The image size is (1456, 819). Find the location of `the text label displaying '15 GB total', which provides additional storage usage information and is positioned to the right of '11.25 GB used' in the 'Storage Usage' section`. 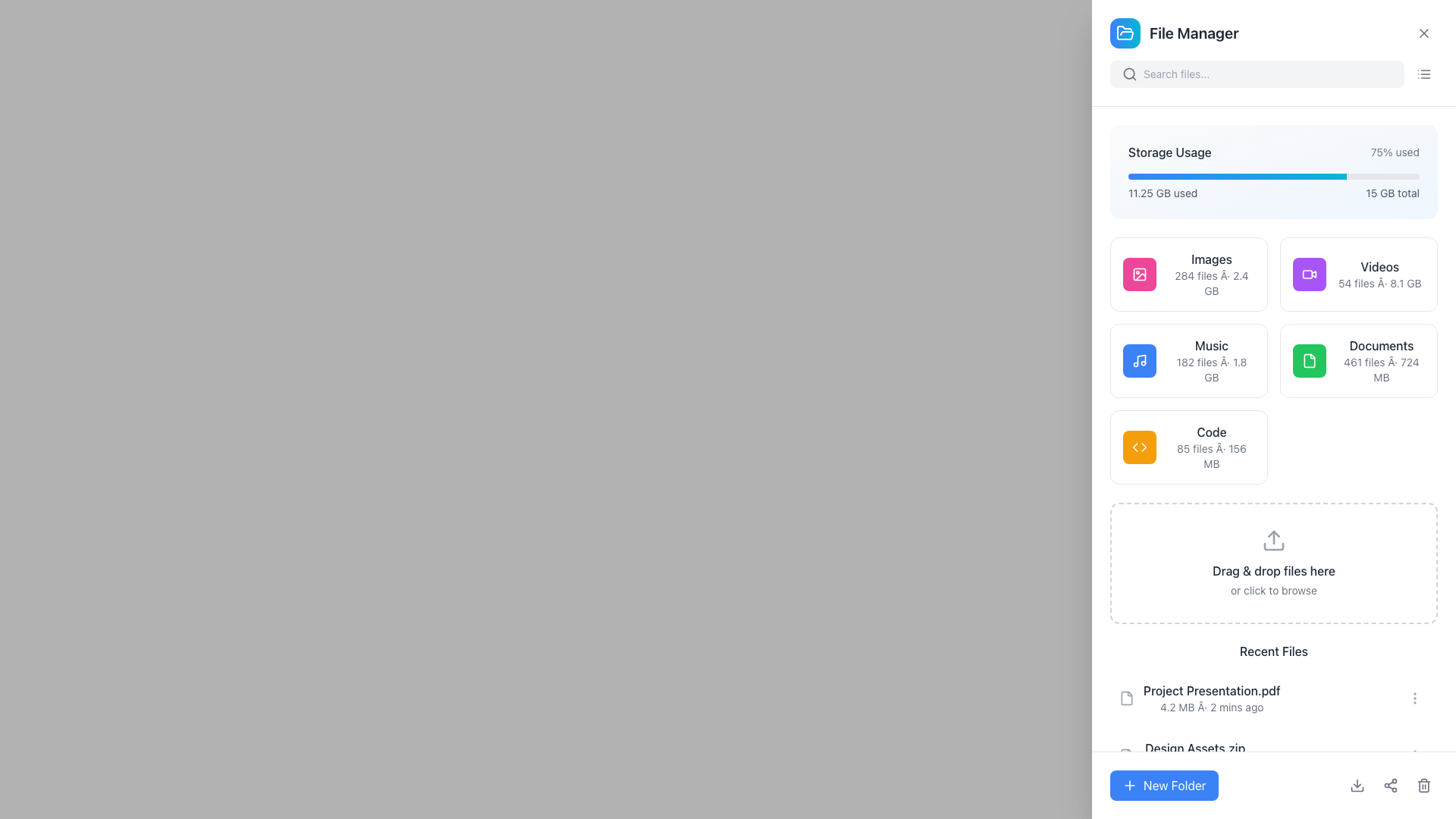

the text label displaying '15 GB total', which provides additional storage usage information and is positioned to the right of '11.25 GB used' in the 'Storage Usage' section is located at coordinates (1392, 192).